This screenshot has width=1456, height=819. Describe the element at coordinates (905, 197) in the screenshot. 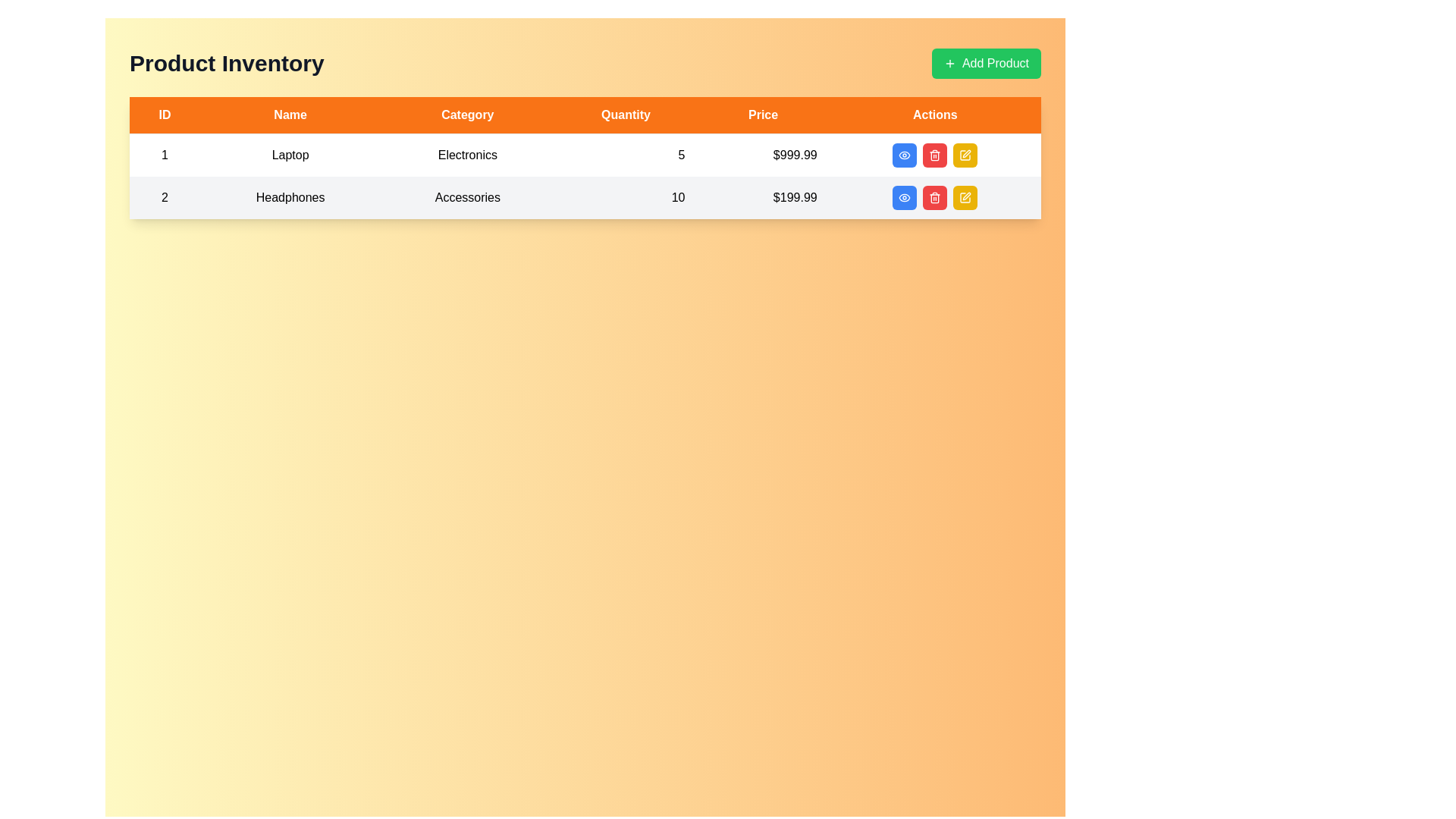

I see `the first action button in the second row of the table` at that location.